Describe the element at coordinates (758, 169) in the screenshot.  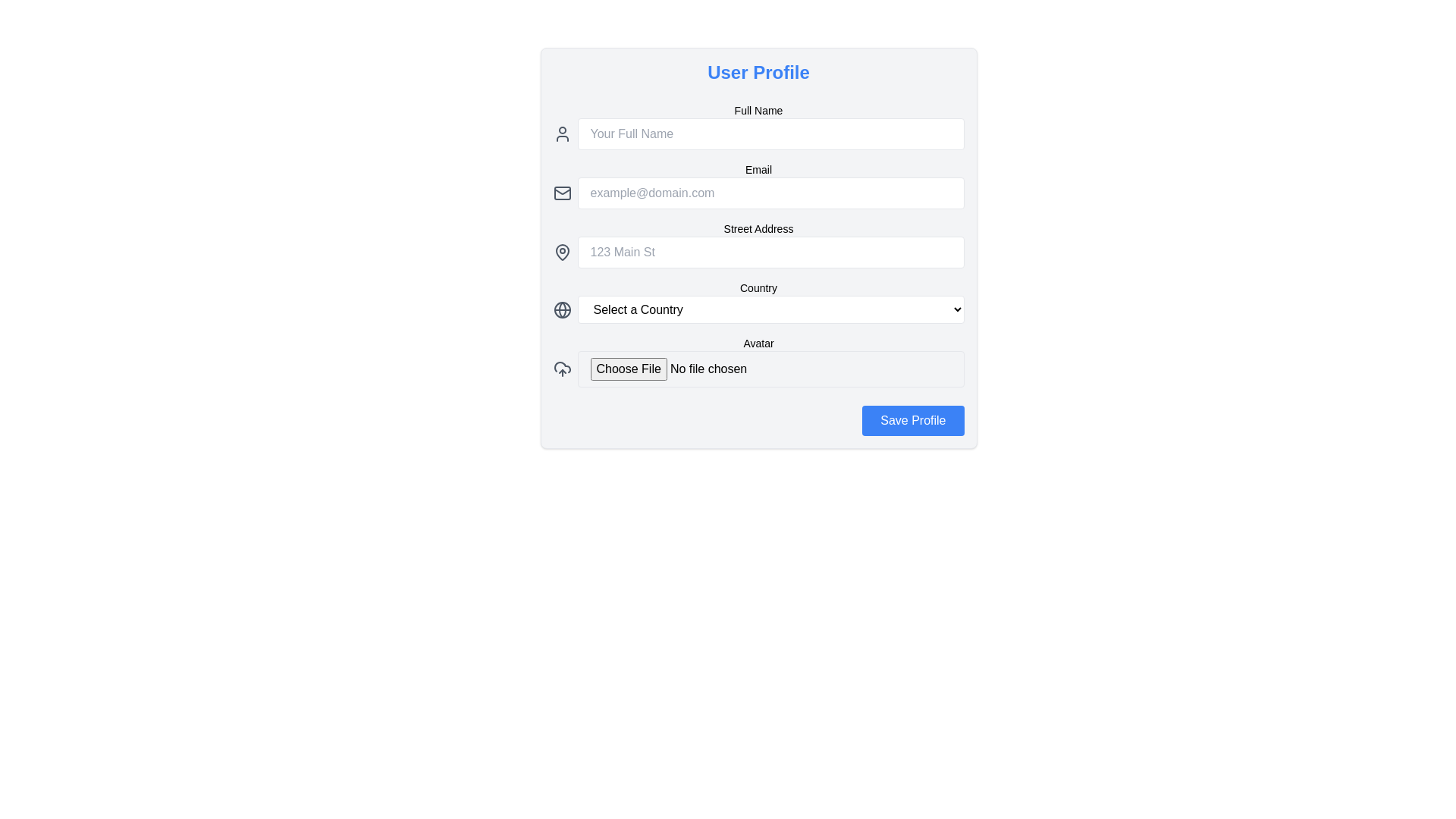
I see `the 'Email' label text, which is positioned above the email input field and to the right of the email icon` at that location.